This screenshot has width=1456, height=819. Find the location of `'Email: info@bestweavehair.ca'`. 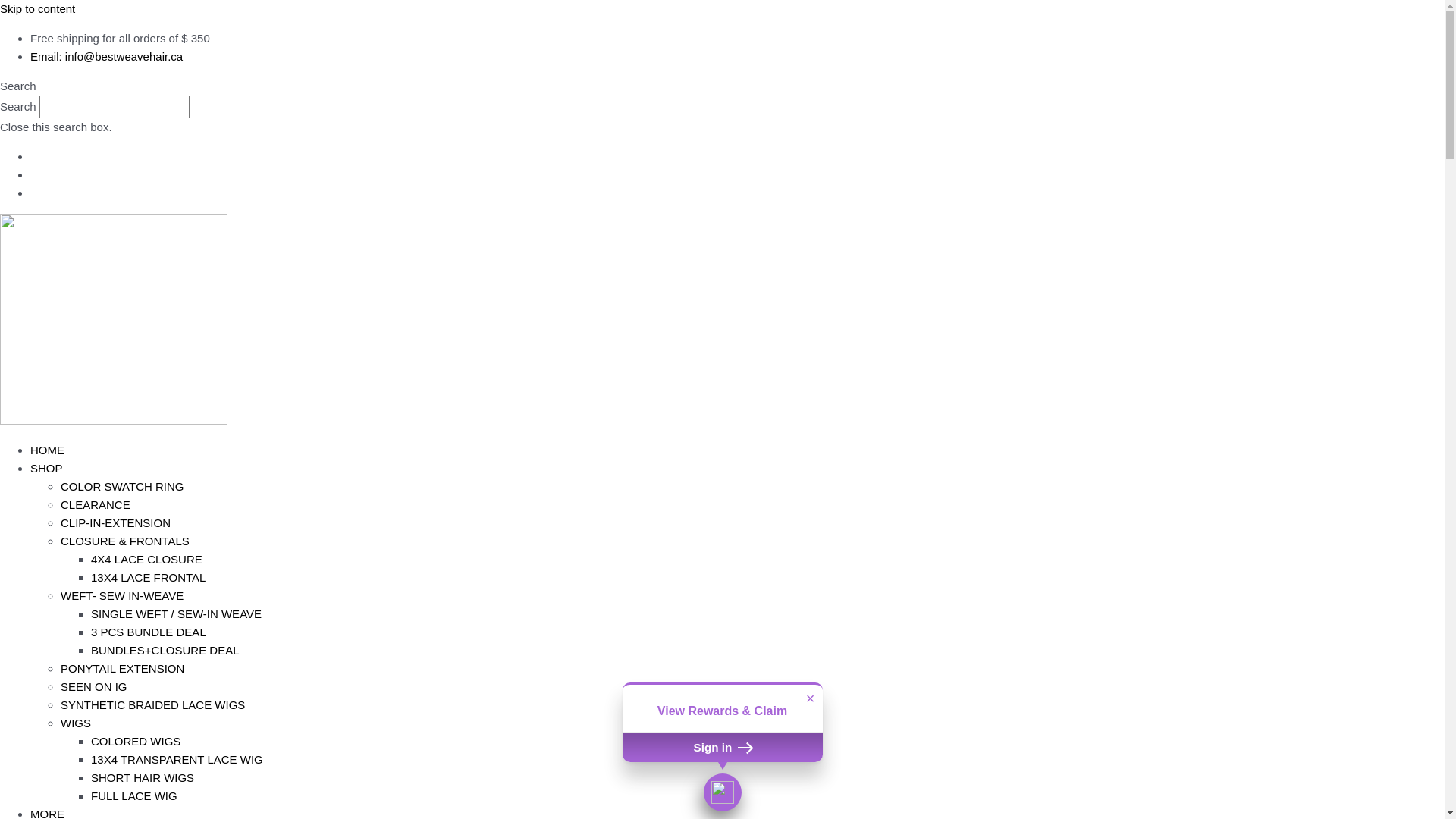

'Email: info@bestweavehair.ca' is located at coordinates (105, 55).